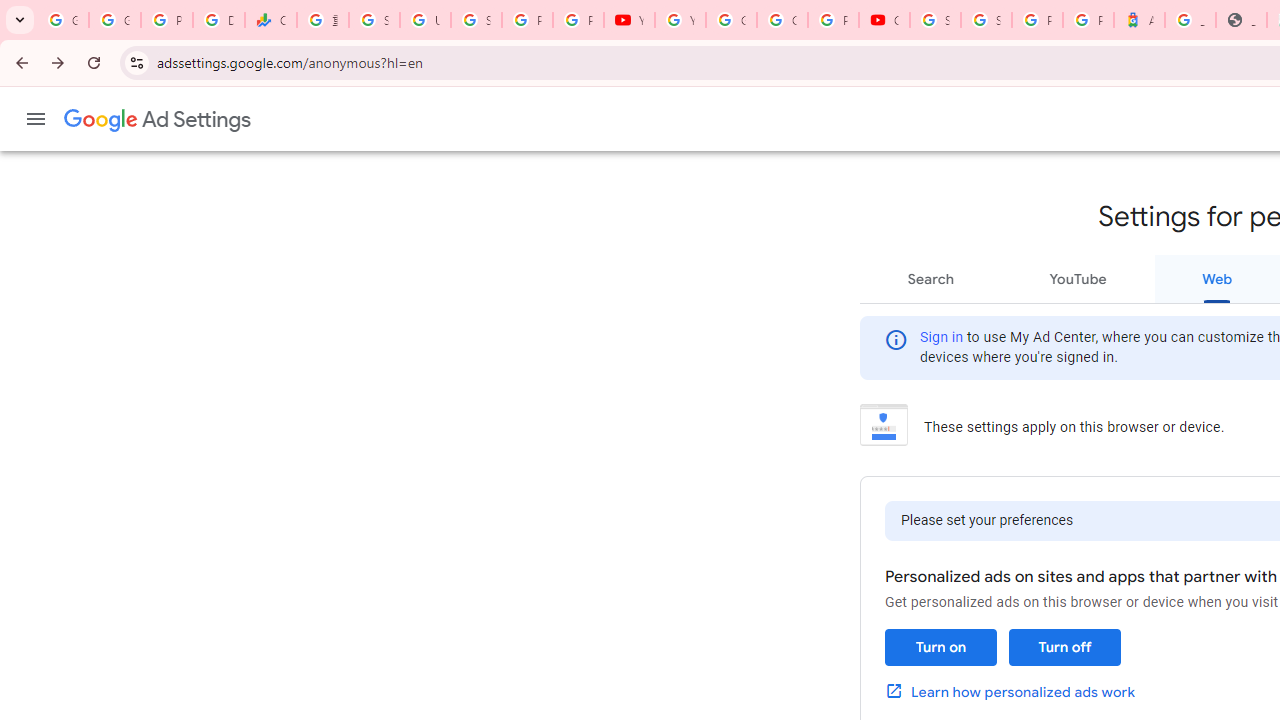 The width and height of the screenshot is (1280, 720). Describe the element at coordinates (135, 61) in the screenshot. I see `'View site information'` at that location.